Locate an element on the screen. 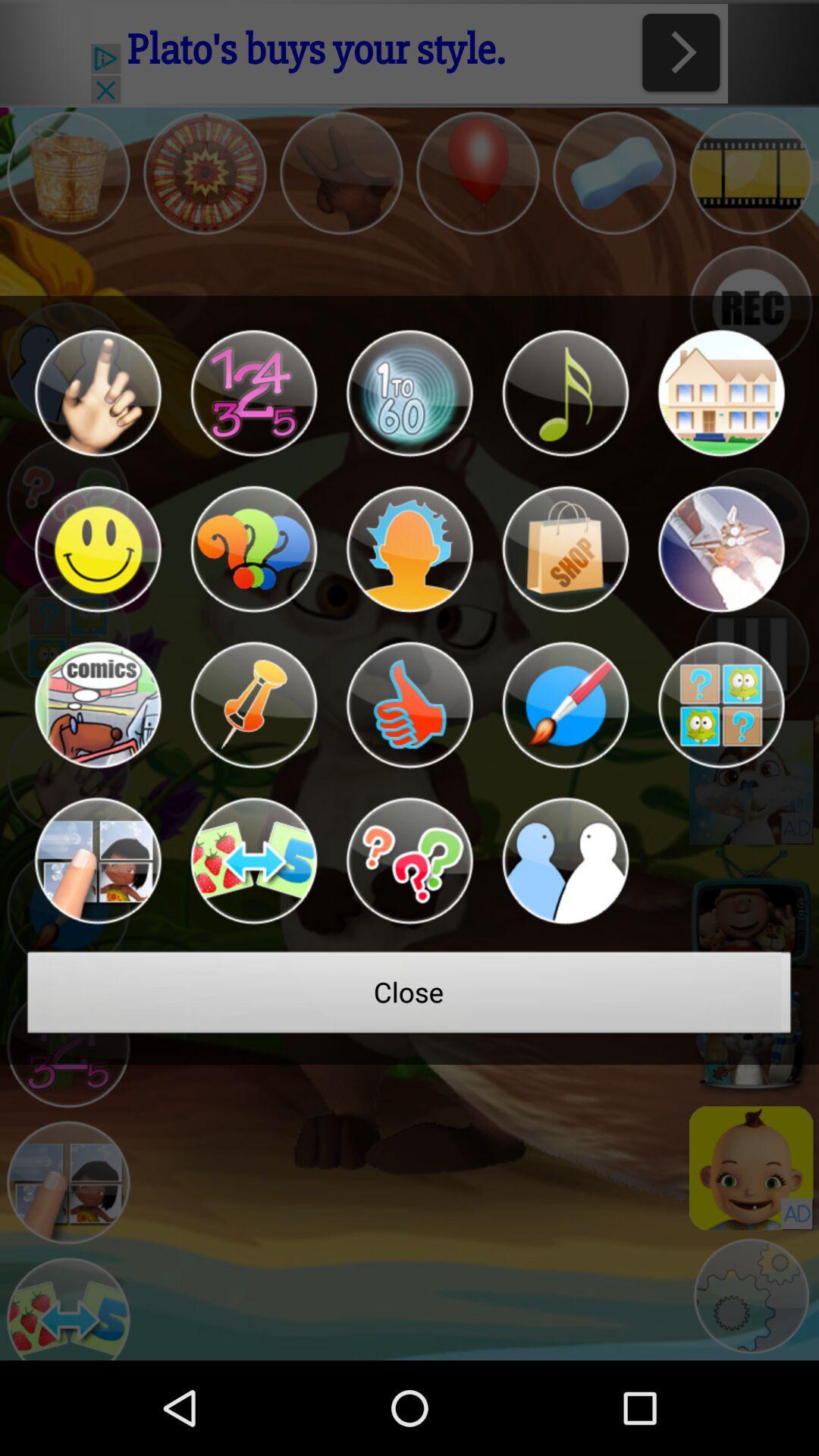 The image size is (819, 1456). pin something is located at coordinates (253, 704).